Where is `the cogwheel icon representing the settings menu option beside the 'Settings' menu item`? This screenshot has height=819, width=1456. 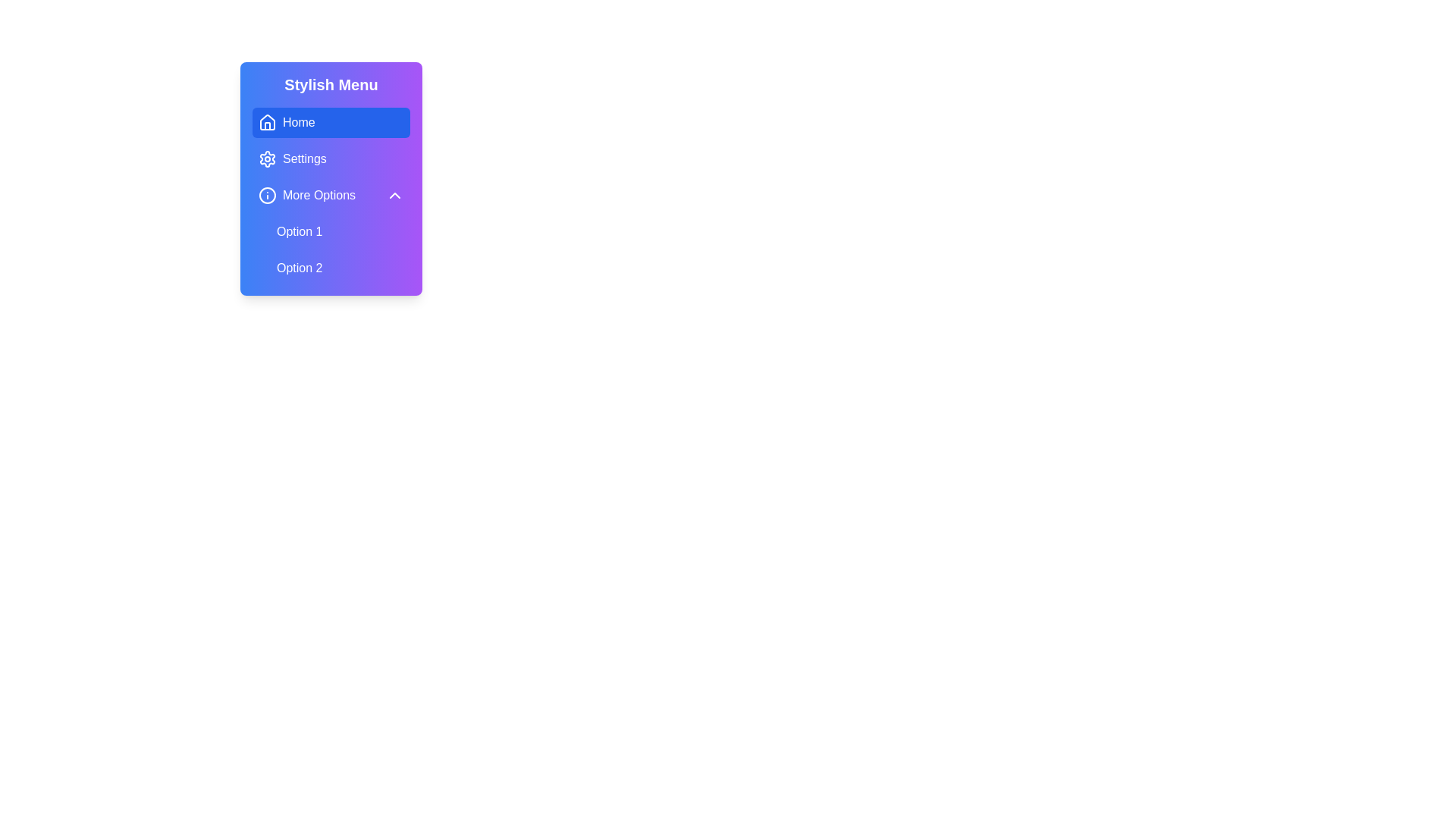 the cogwheel icon representing the settings menu option beside the 'Settings' menu item is located at coordinates (268, 158).